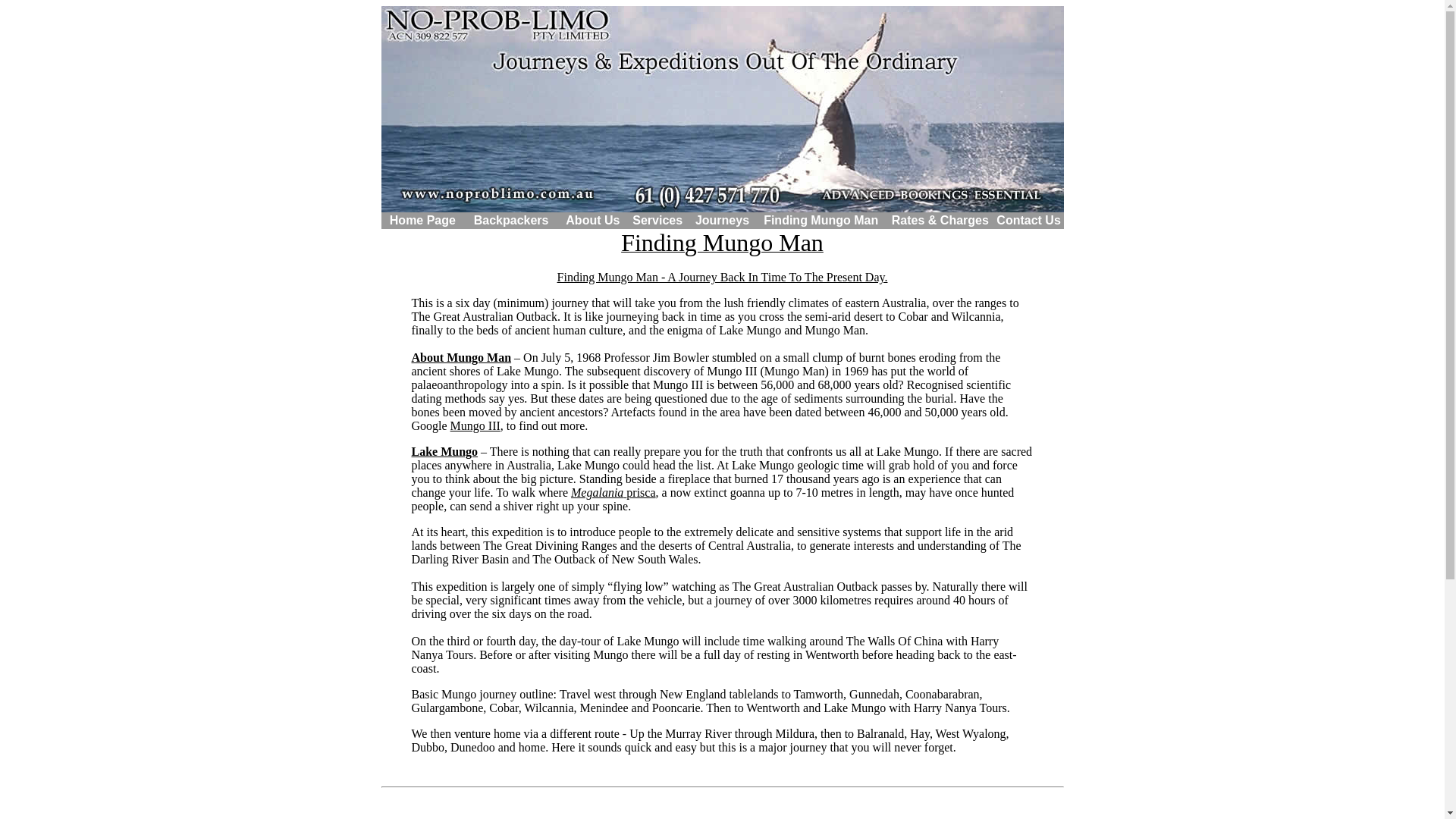  What do you see at coordinates (939, 220) in the screenshot?
I see `'Rates & Charges'` at bounding box center [939, 220].